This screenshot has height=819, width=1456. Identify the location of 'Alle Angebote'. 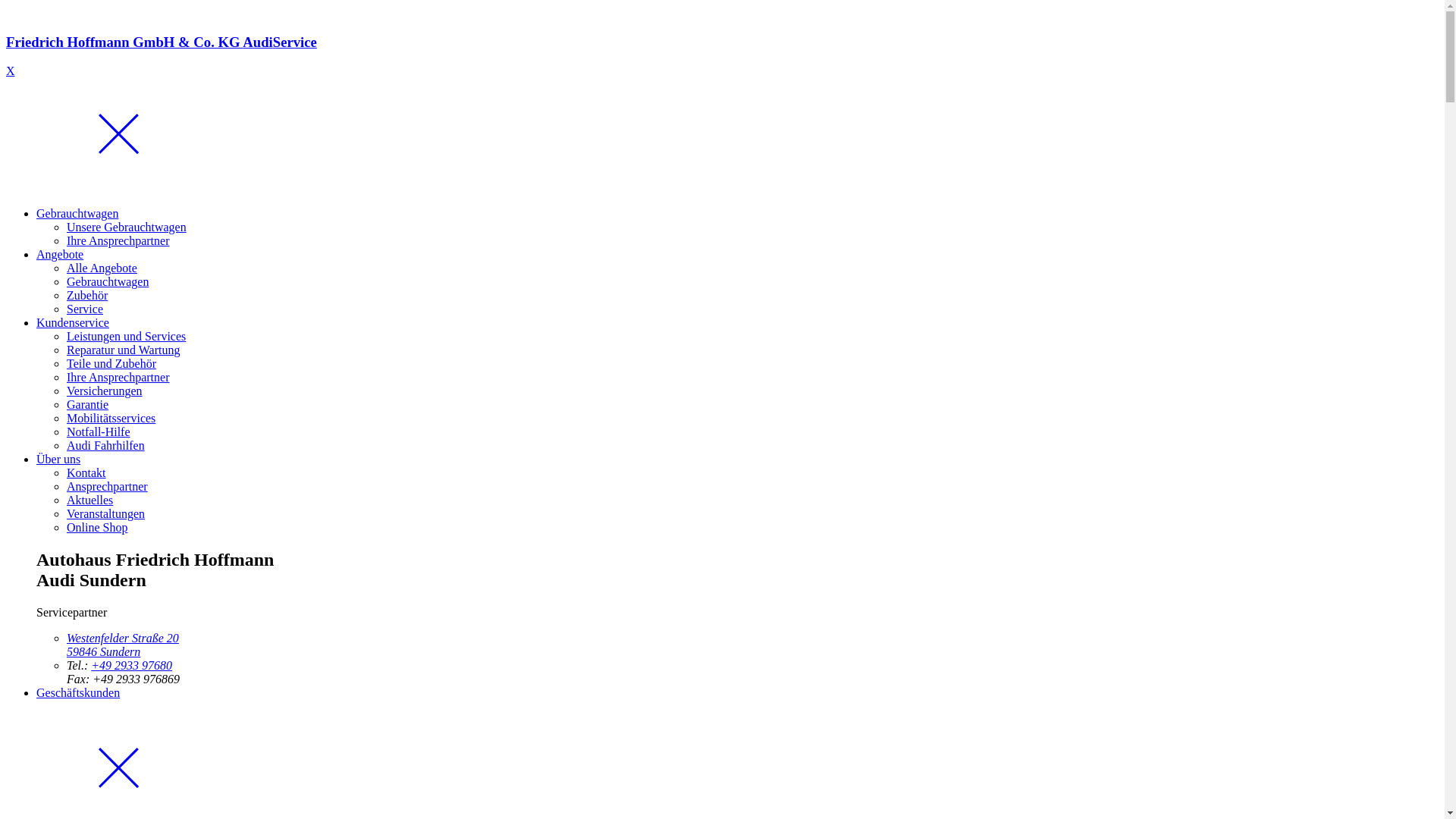
(101, 267).